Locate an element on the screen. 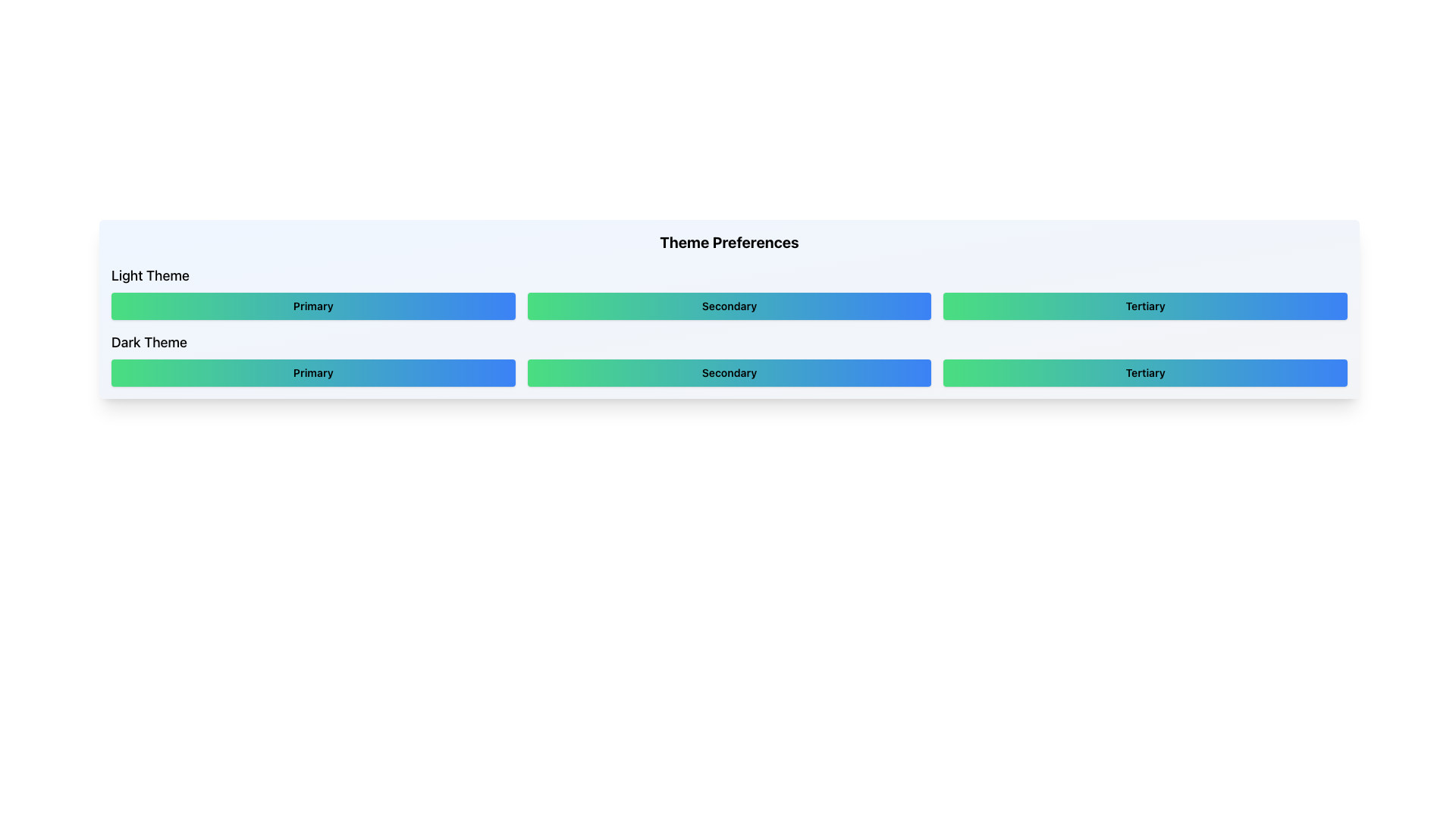  the 'Secondary' button, which is a rectangular button with a gradient green-to-blue background is located at coordinates (729, 373).